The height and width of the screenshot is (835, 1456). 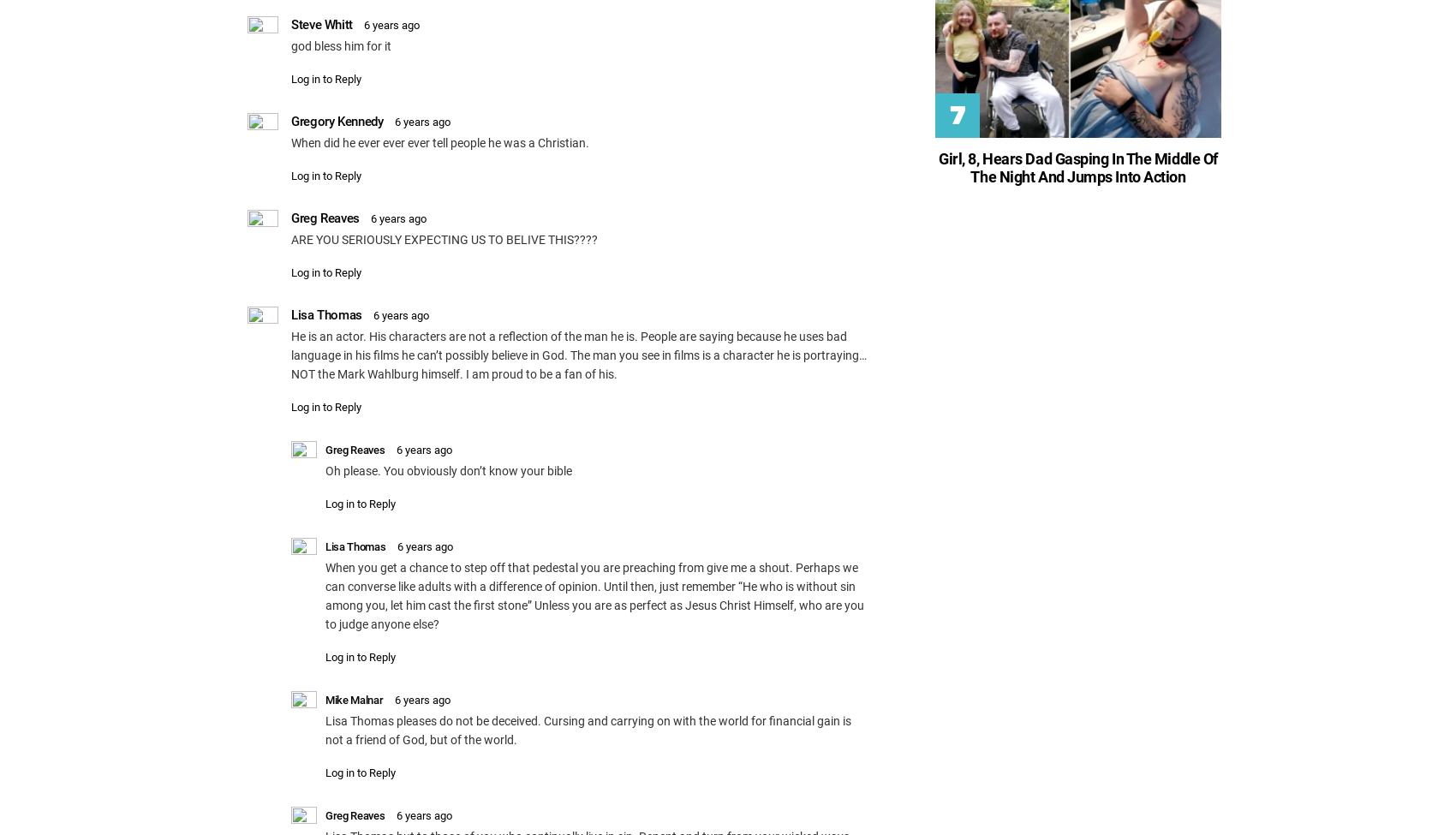 What do you see at coordinates (448, 469) in the screenshot?
I see `'Oh please. You obviously don’t know your bible'` at bounding box center [448, 469].